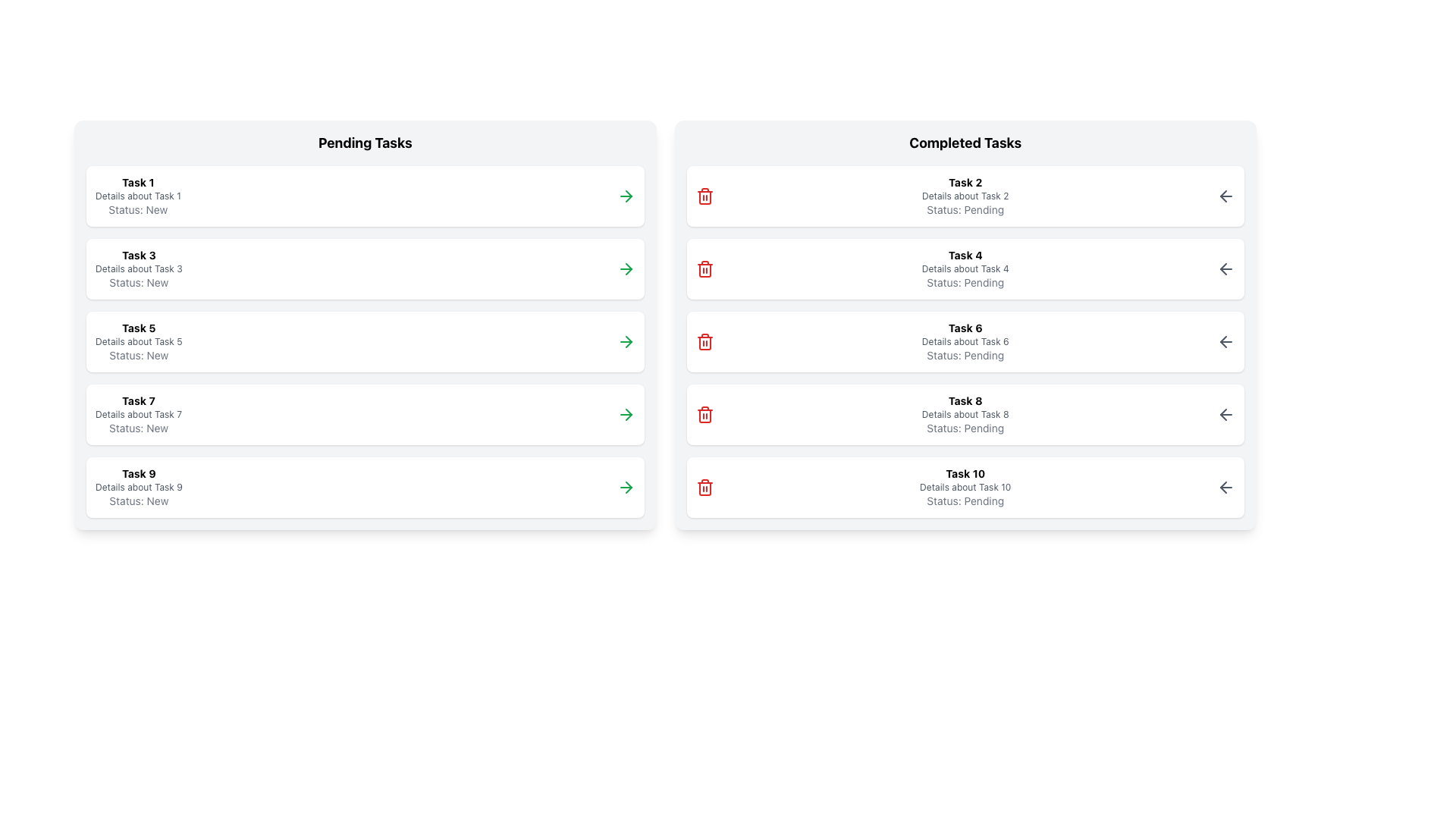 The height and width of the screenshot is (819, 1456). I want to click on text label 'Details about Task 10' which is styled in a small gray font and positioned below the task title 'Task 10' and above the status text 'Status: Pending', so click(965, 488).